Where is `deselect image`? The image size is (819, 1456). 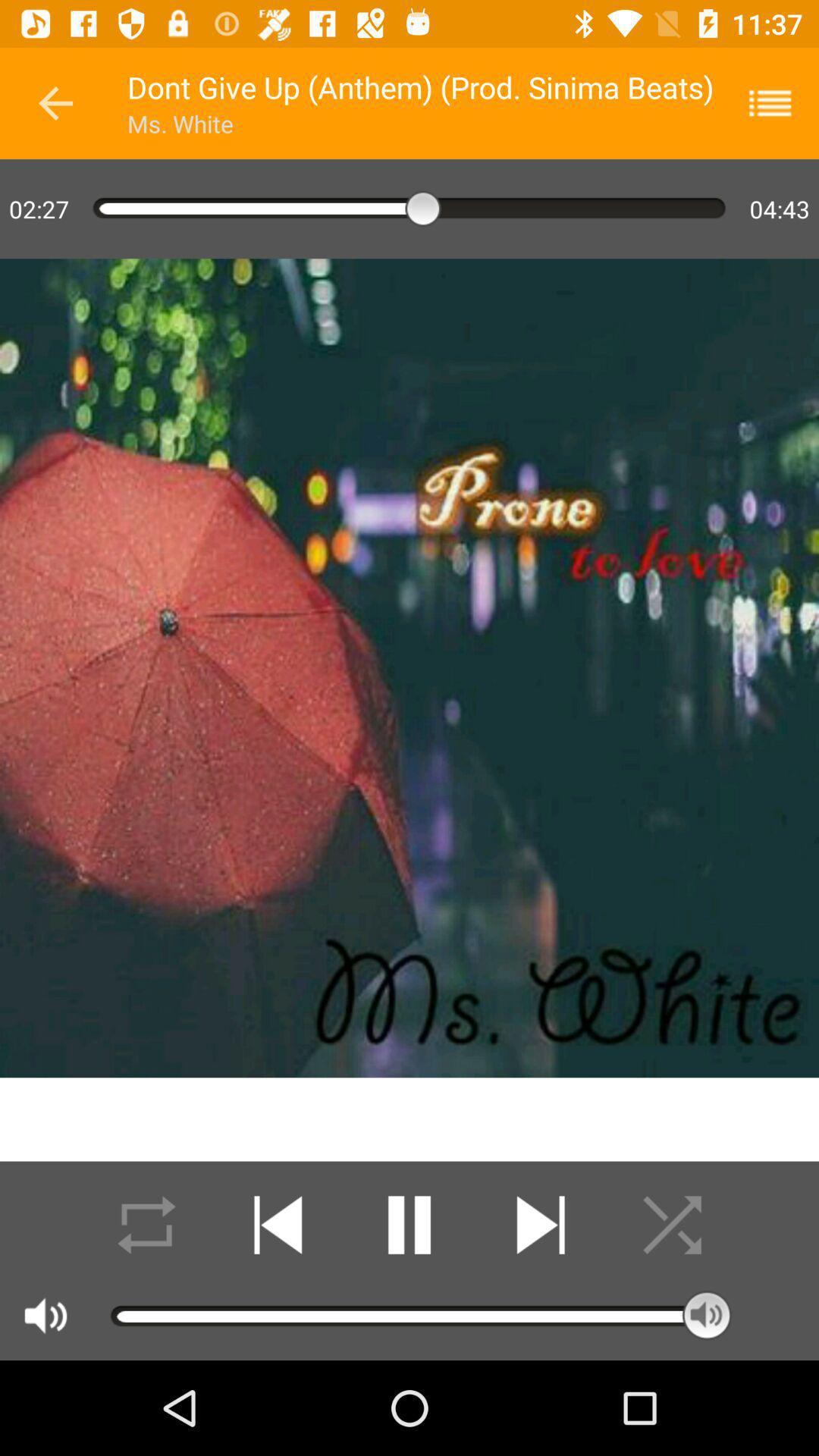
deselect image is located at coordinates (671, 1225).